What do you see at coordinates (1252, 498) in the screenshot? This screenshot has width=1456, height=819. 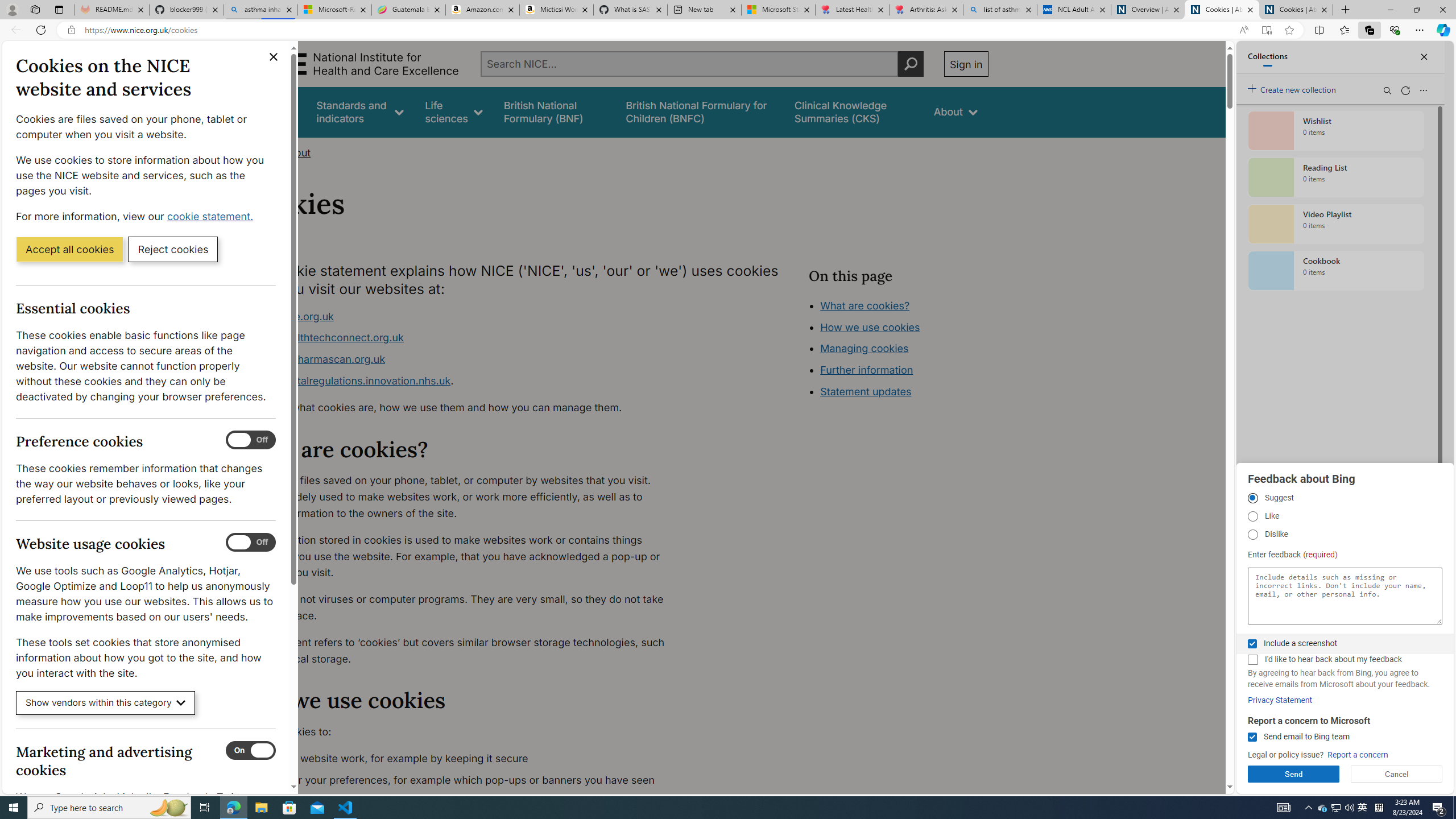 I see `'Suggest'` at bounding box center [1252, 498].